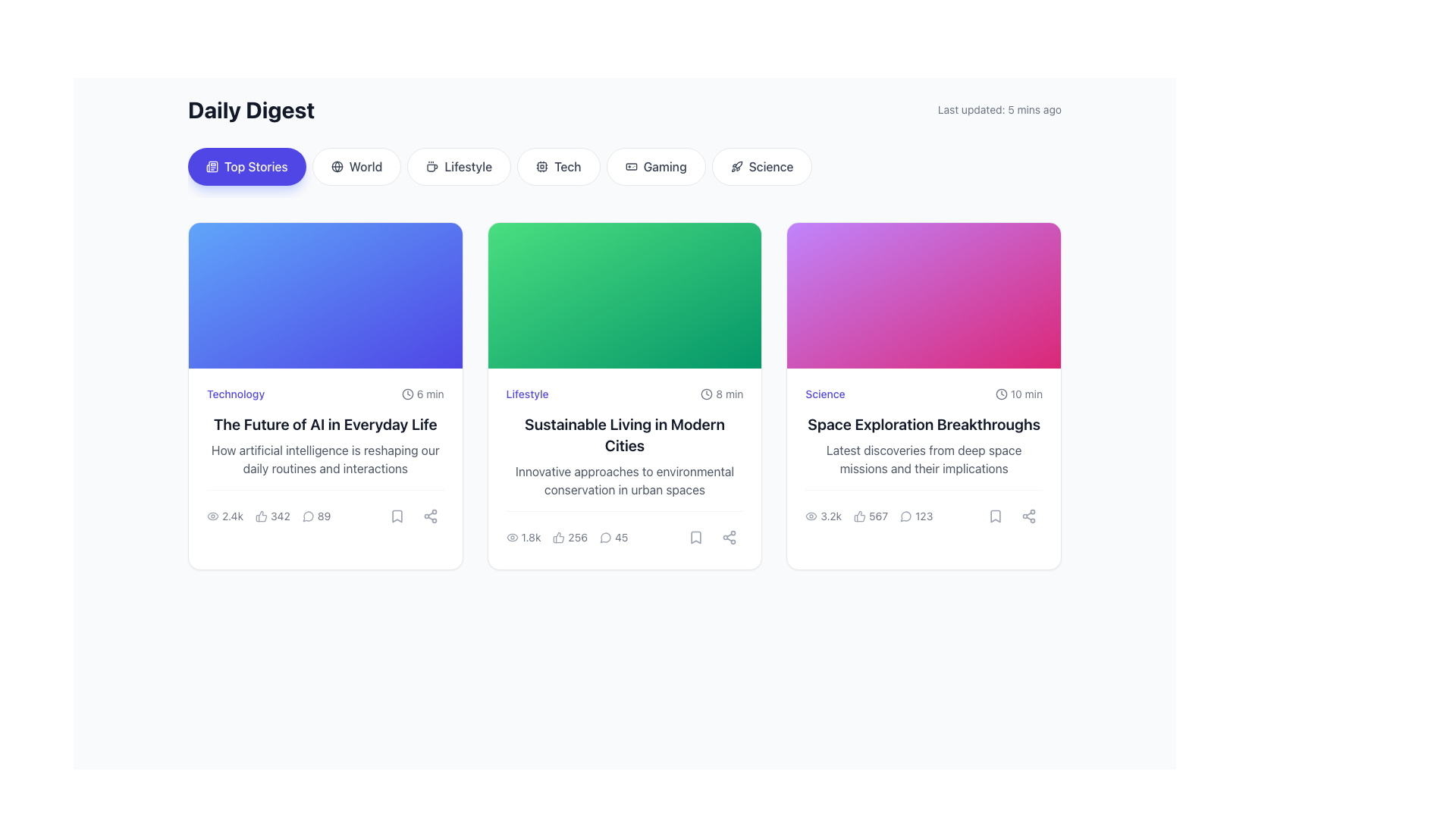 The height and width of the screenshot is (819, 1456). Describe the element at coordinates (871, 516) in the screenshot. I see `text displaying the number of likes associated with the card's content, which is positioned to the right of the thumbs-up icon and between the view count and the comment count in the 'Space Exploration Breakthroughs' card` at that location.